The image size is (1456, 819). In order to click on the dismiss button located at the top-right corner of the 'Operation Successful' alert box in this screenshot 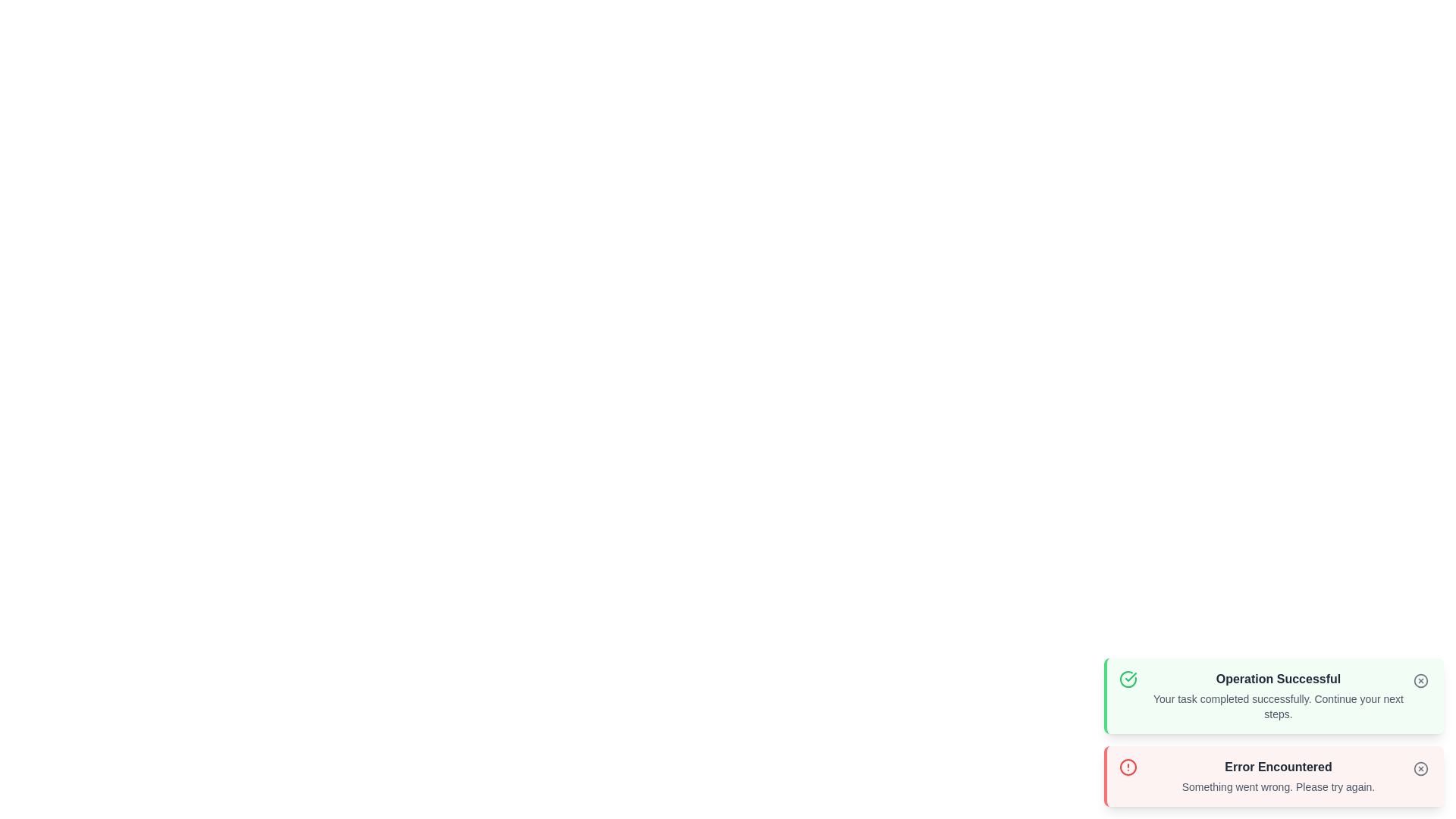, I will do `click(1420, 680)`.